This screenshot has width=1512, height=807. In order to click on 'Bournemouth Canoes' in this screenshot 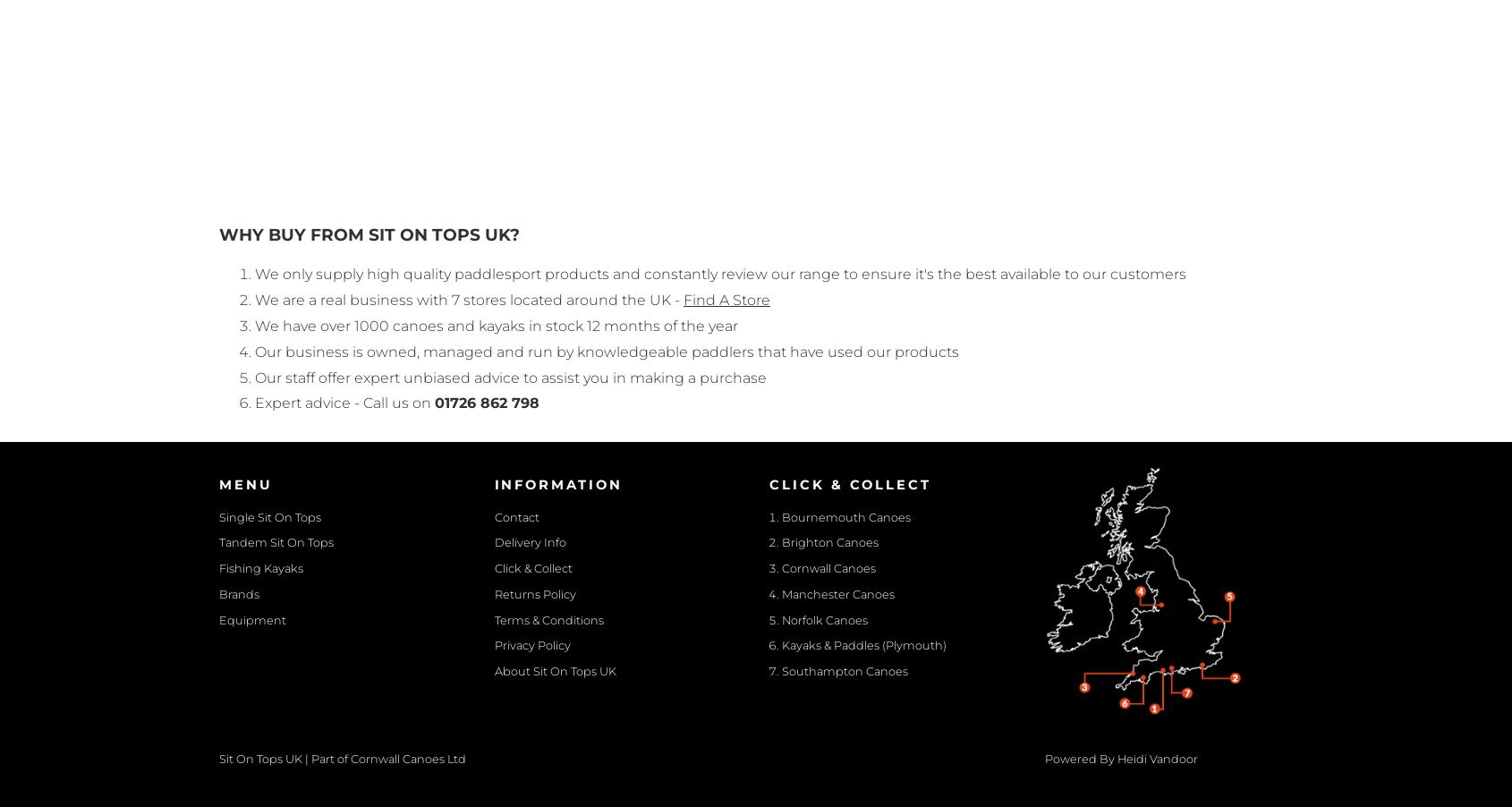, I will do `click(781, 516)`.